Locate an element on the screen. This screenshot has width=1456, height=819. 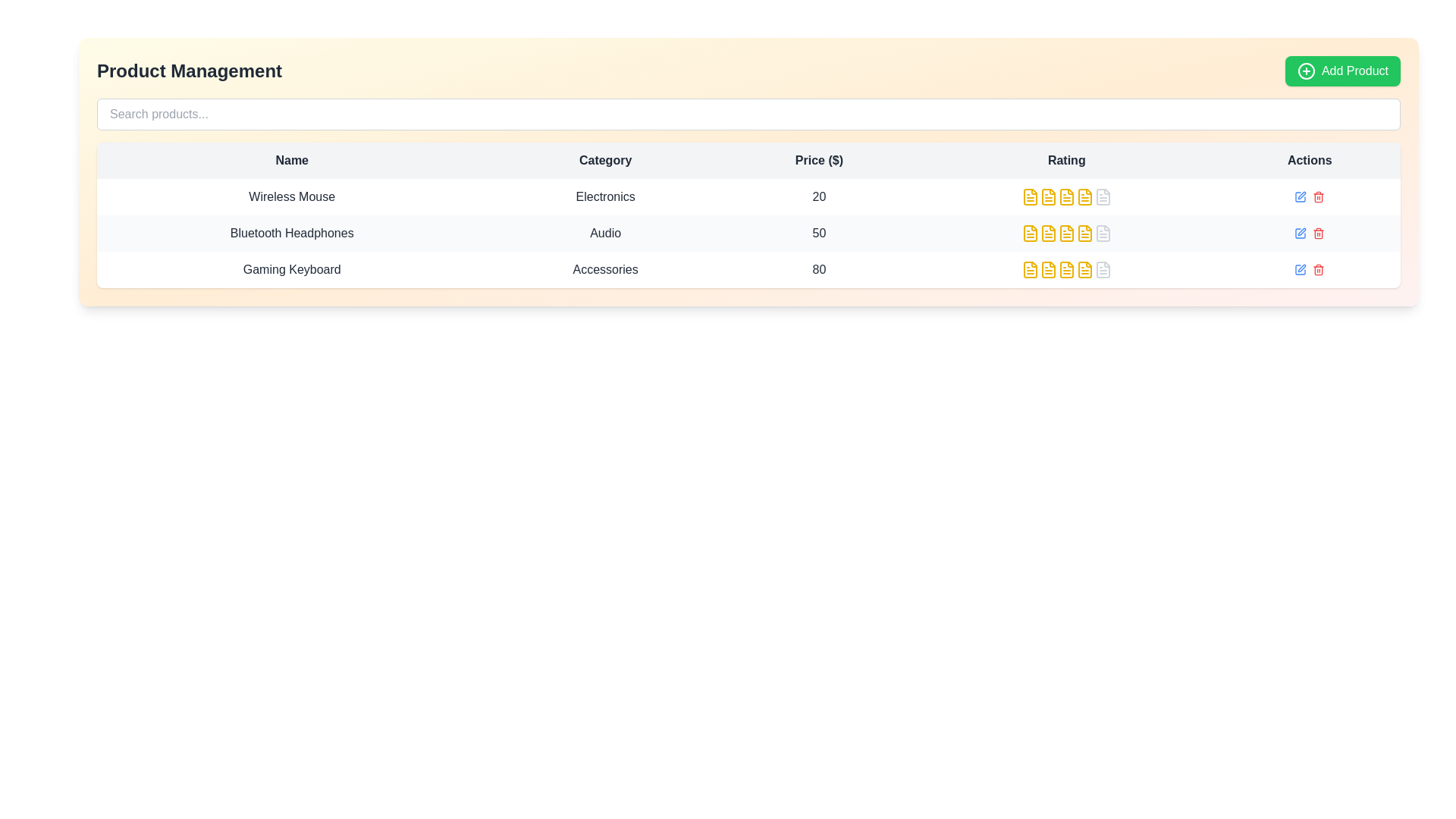
the filled document icon in the 'Rating' column of the second row, which visually indicates the rating level is located at coordinates (1047, 196).